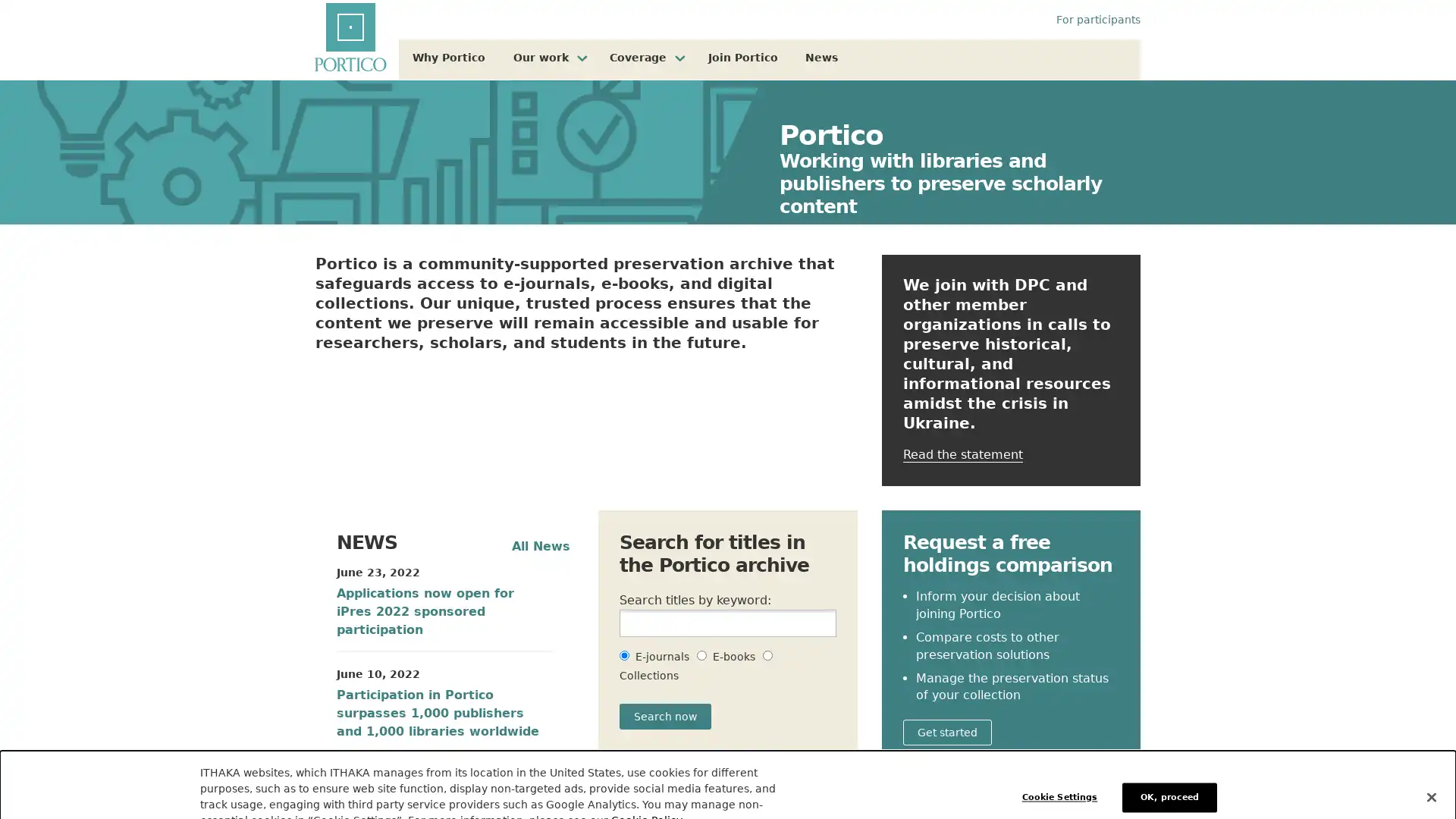 This screenshot has width=1456, height=819. I want to click on Search now, so click(665, 717).